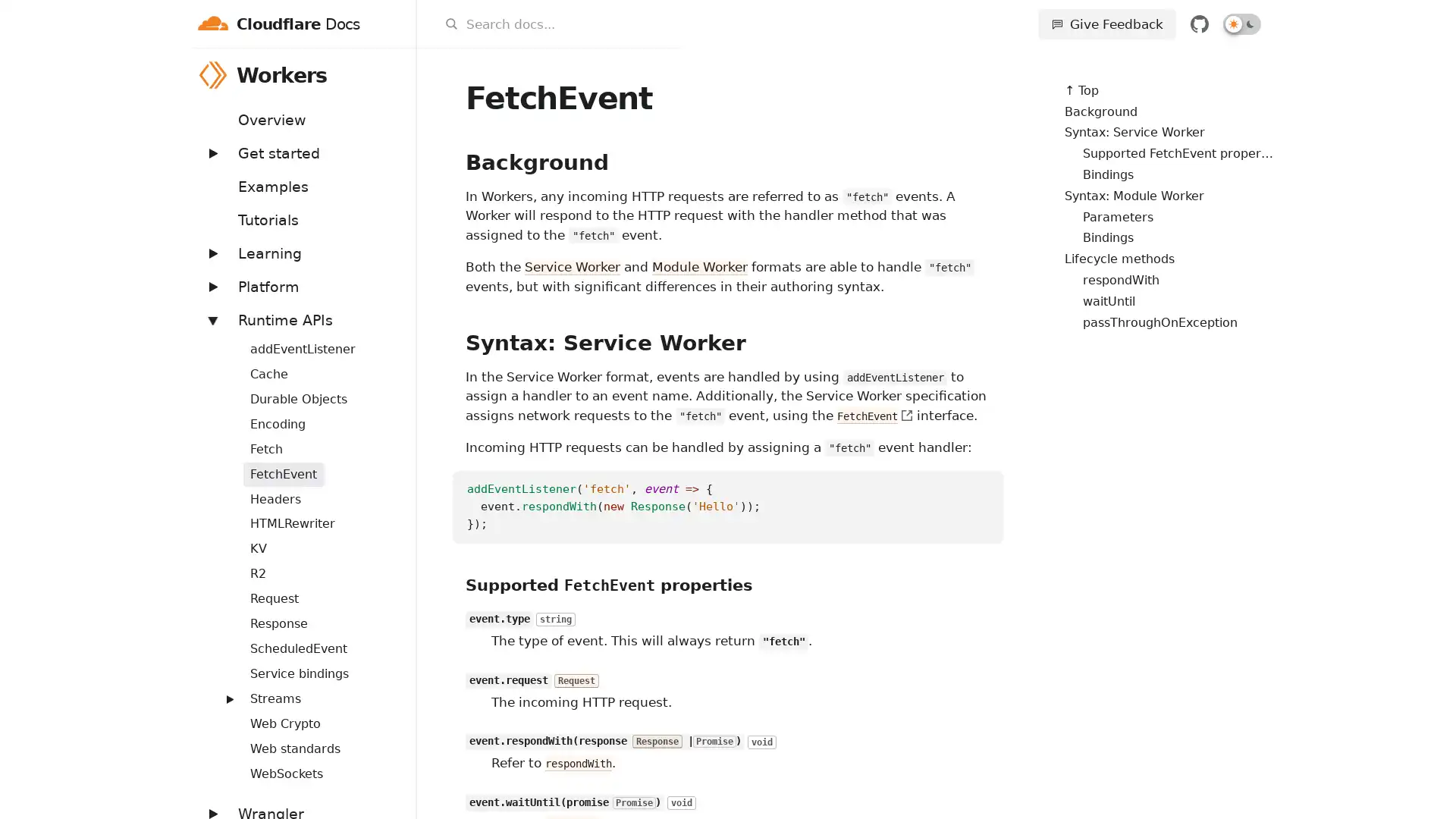 This screenshot has width=1456, height=819. I want to click on Give Feedback, so click(1106, 24).